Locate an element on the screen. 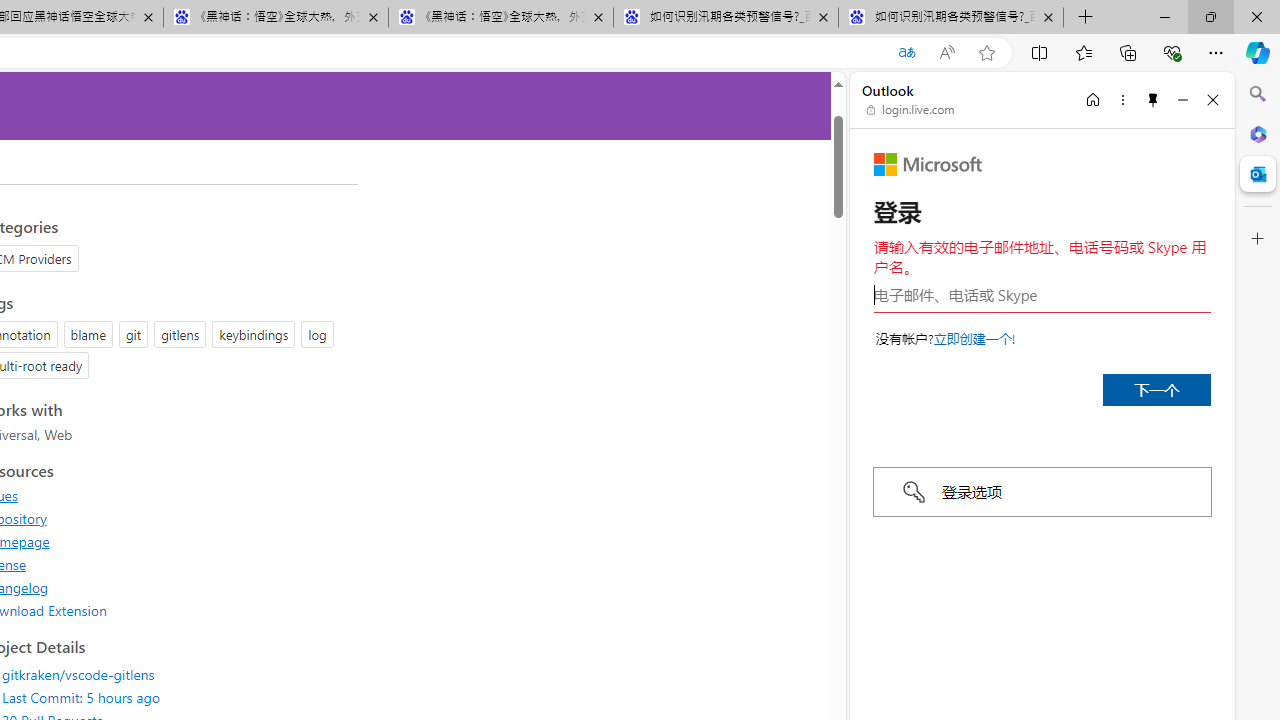 The width and height of the screenshot is (1280, 720). 'login.live.com' is located at coordinates (910, 110).